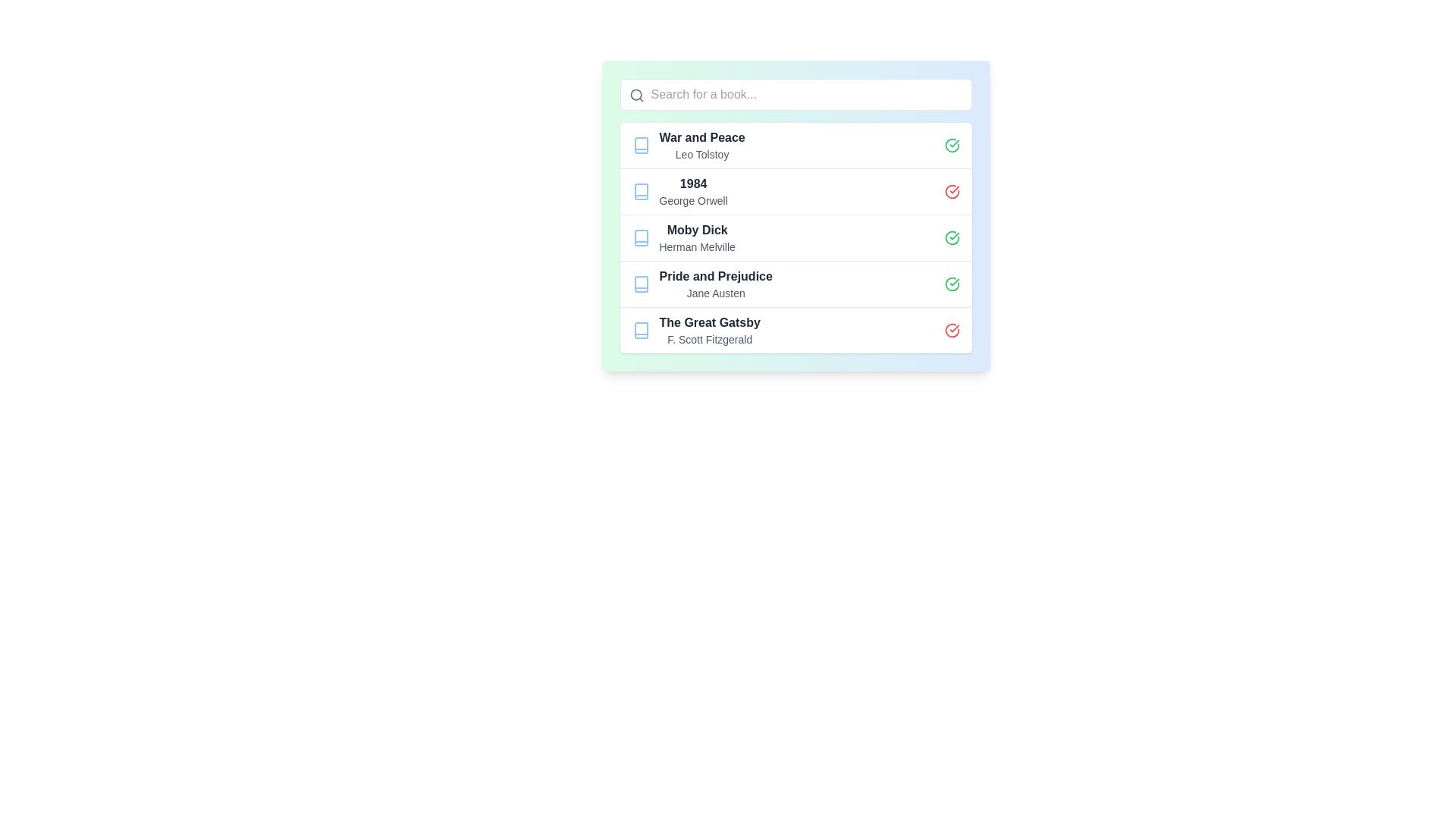  I want to click on the blue book icon in the third row of the list, specifically next to the Moby Dick text, so click(641, 237).